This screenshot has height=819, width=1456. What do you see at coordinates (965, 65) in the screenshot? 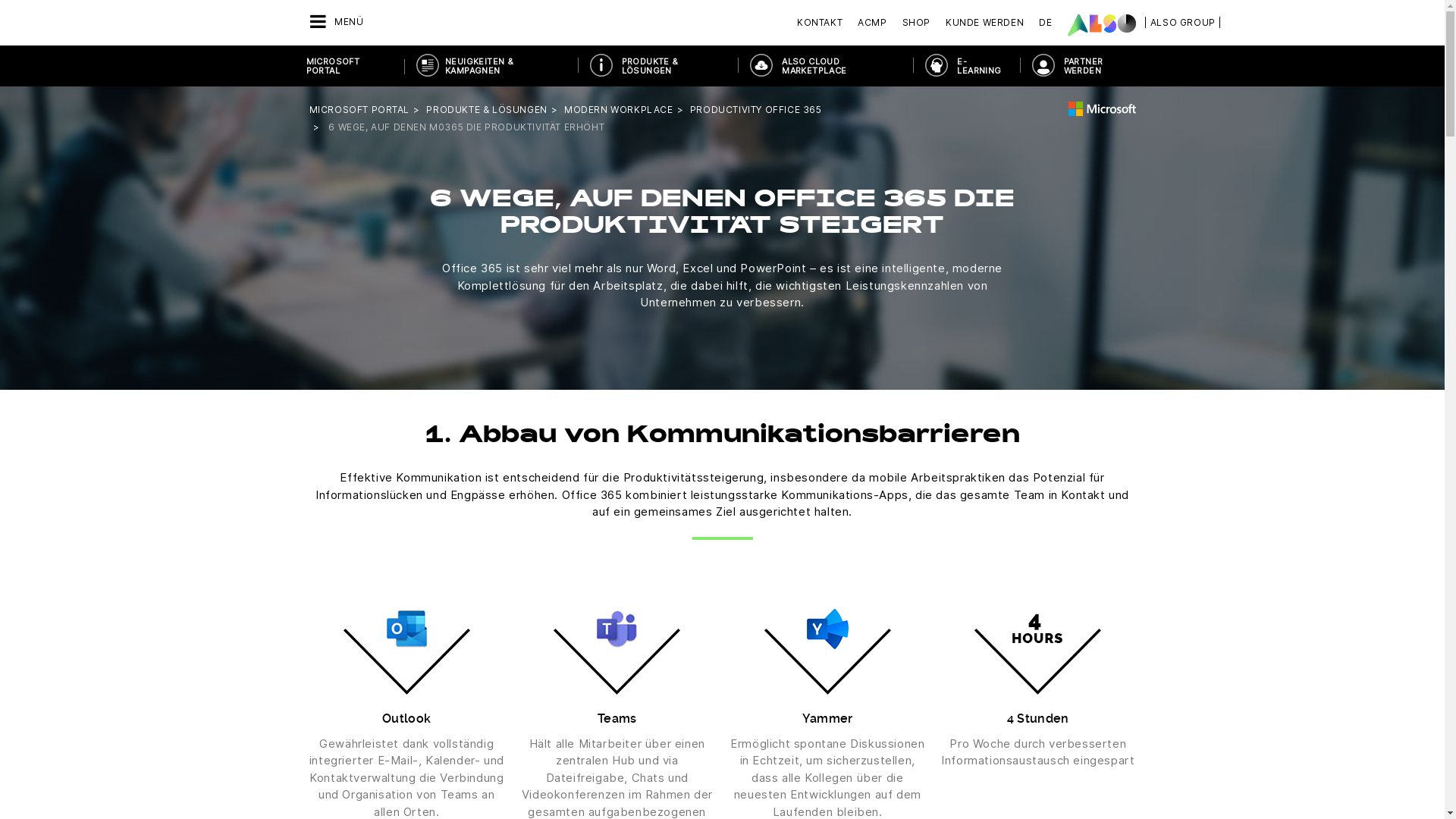
I see `'E-LEARNING'` at bounding box center [965, 65].